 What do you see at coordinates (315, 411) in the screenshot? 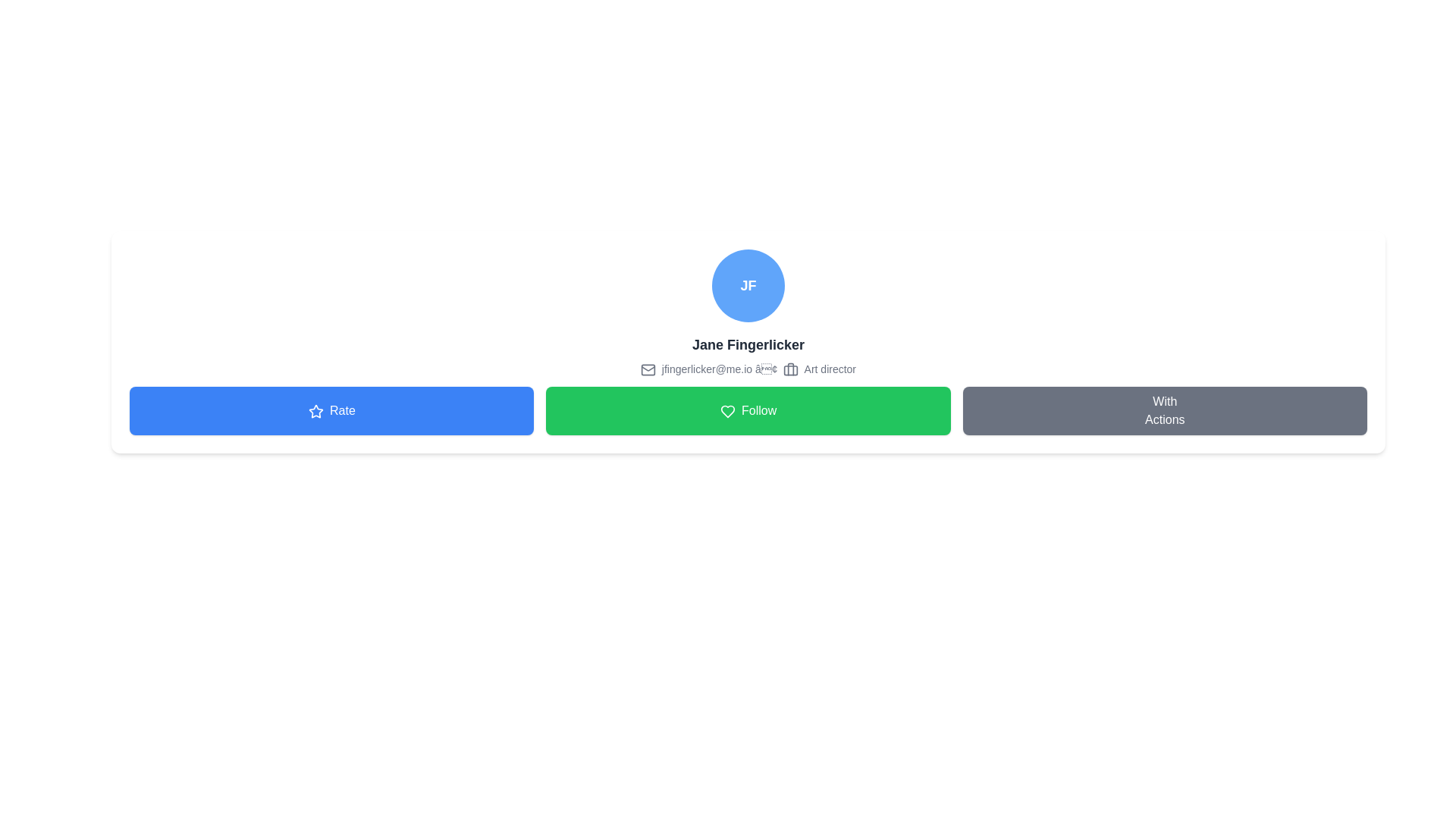
I see `the blue star decorative icon located within the 'Rate' button, which is visually distinct and part of the icon group` at bounding box center [315, 411].